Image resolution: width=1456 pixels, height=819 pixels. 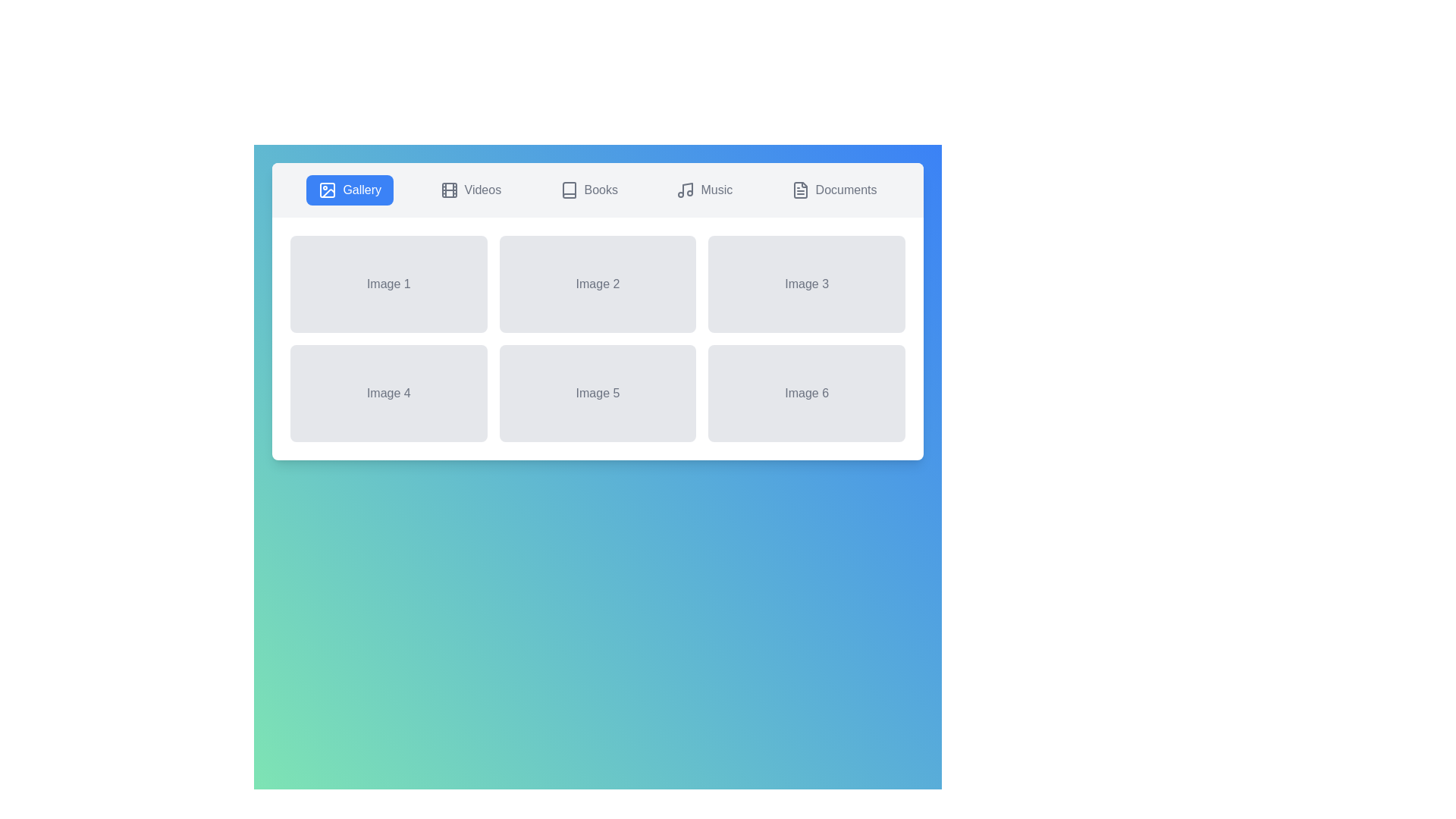 I want to click on the 'Documents' button, which is a rectangular UI element with a light gray background and a document icon, so click(x=833, y=189).